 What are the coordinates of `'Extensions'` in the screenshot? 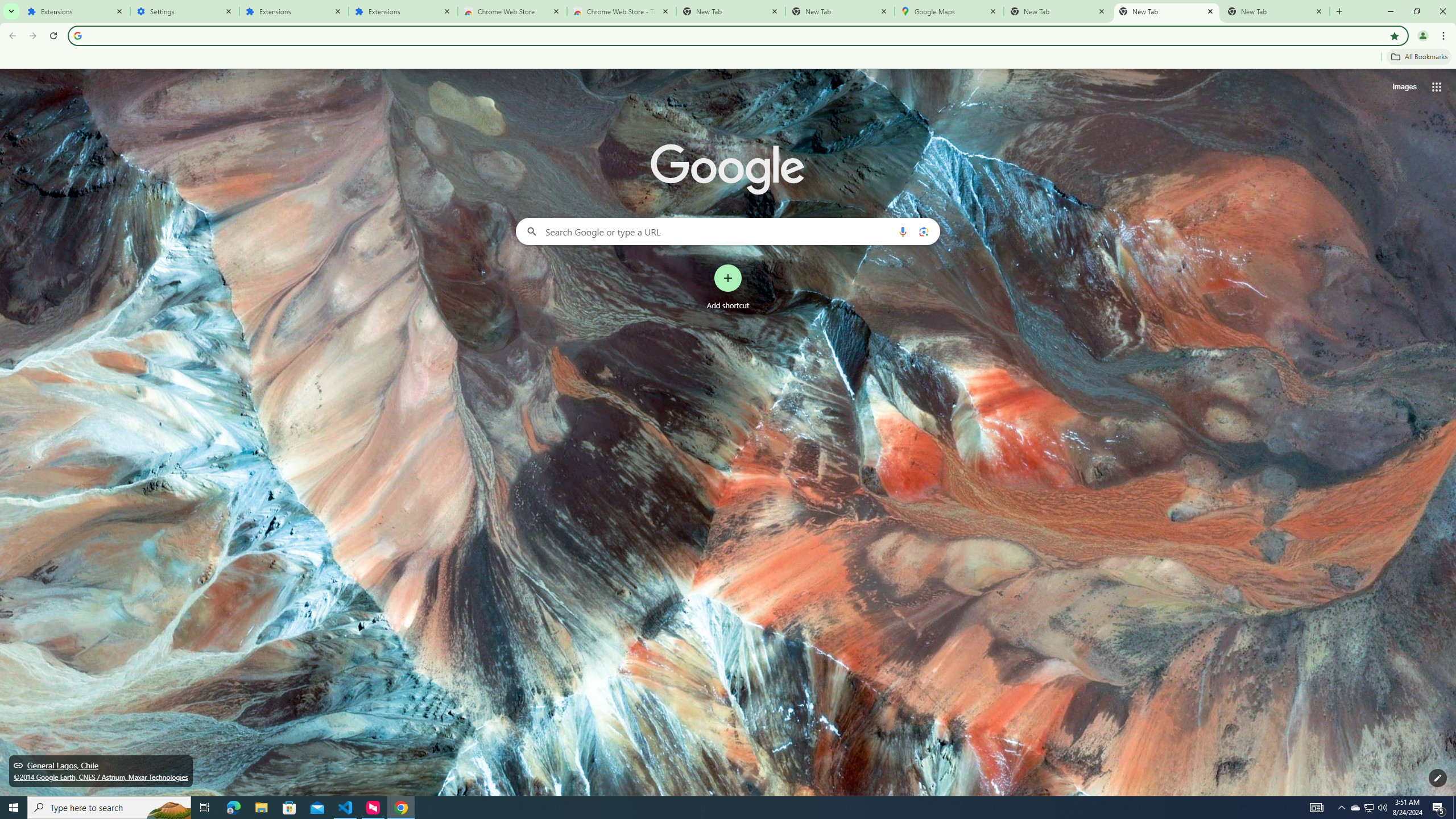 It's located at (76, 11).